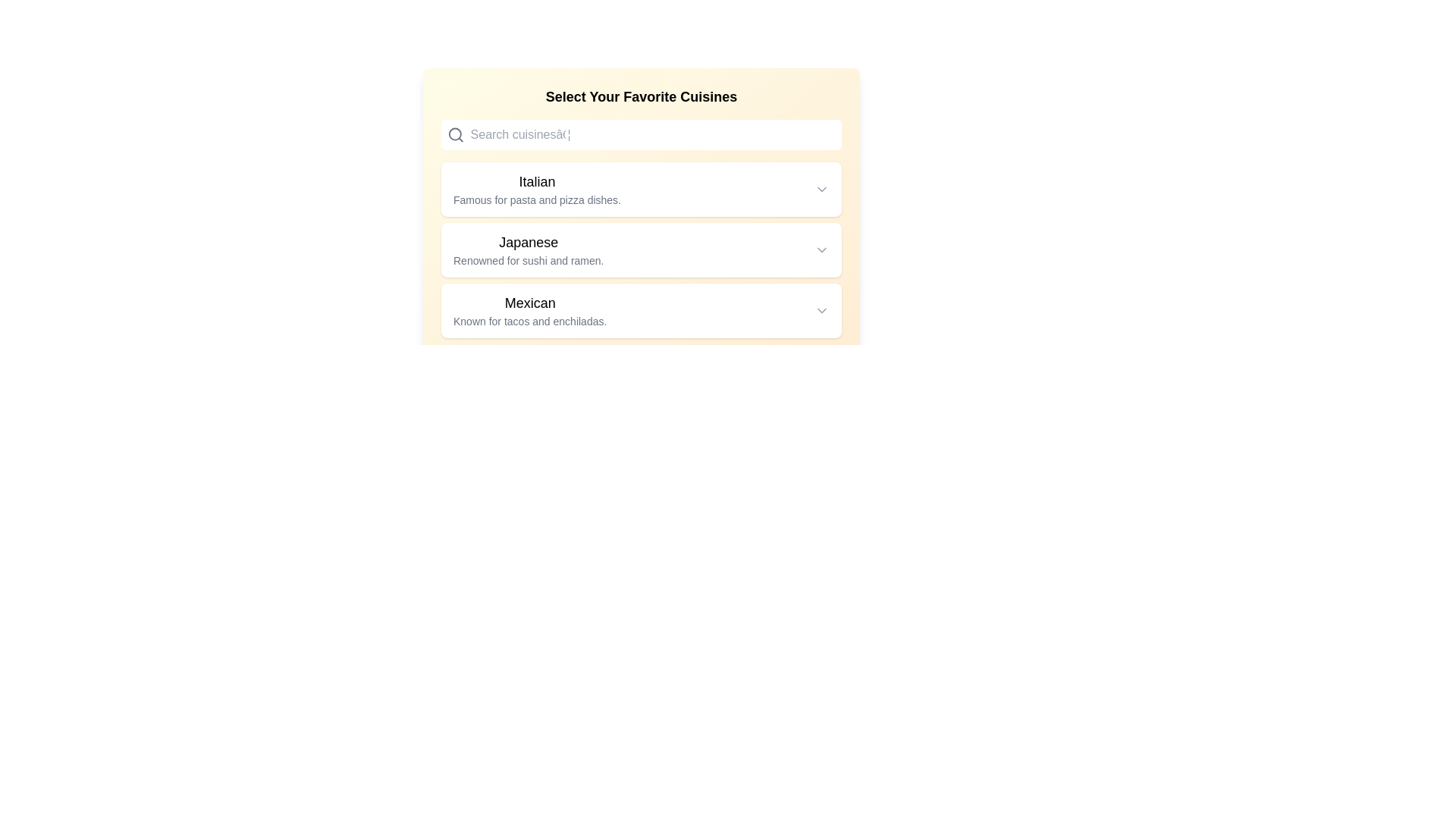 The image size is (1456, 819). What do you see at coordinates (641, 309) in the screenshot?
I see `the third list item that represents 'Mexican' cuisine` at bounding box center [641, 309].